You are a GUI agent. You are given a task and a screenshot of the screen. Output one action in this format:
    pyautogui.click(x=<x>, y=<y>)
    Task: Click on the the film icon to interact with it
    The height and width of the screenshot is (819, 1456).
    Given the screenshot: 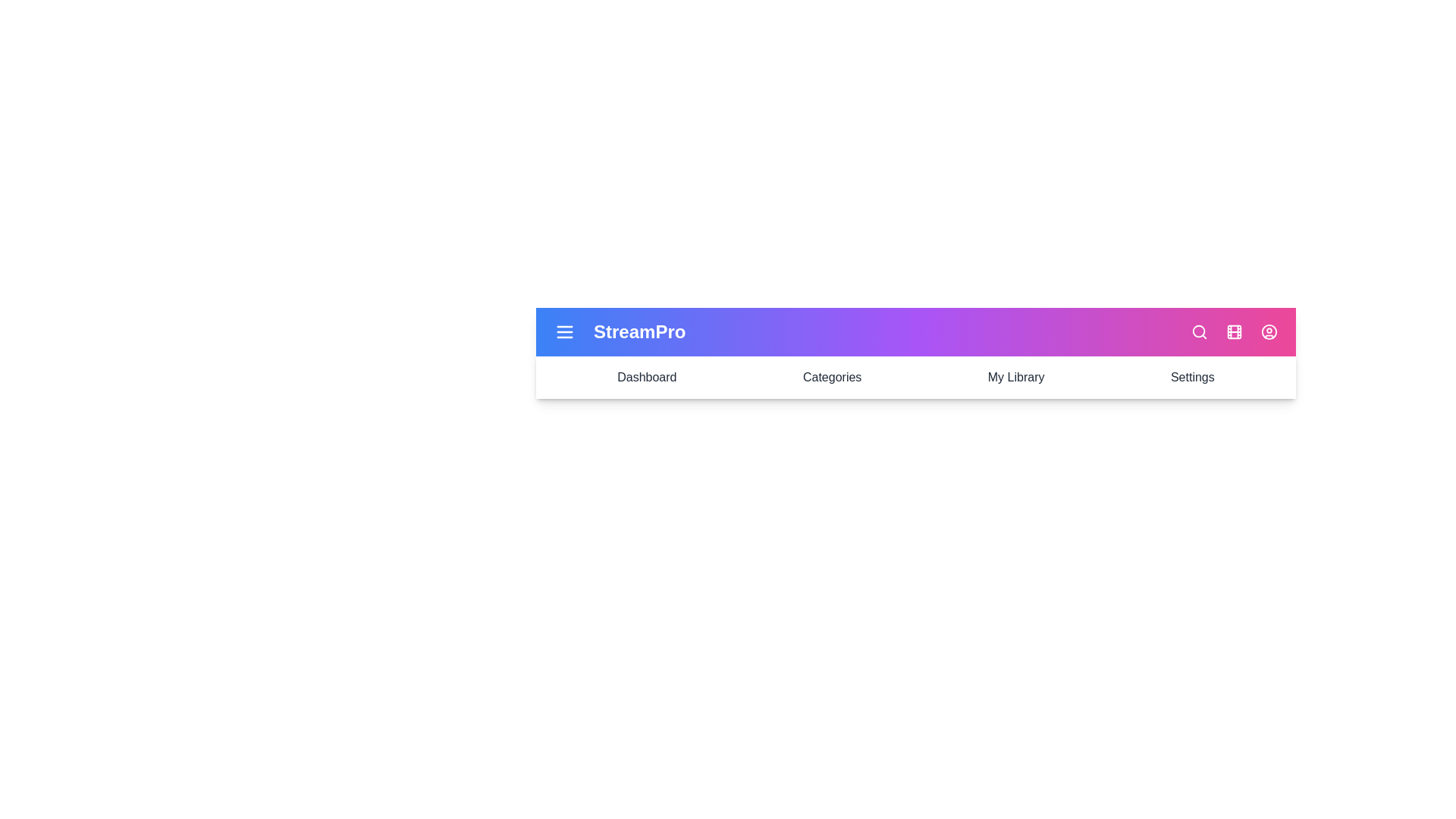 What is the action you would take?
    pyautogui.click(x=1234, y=331)
    